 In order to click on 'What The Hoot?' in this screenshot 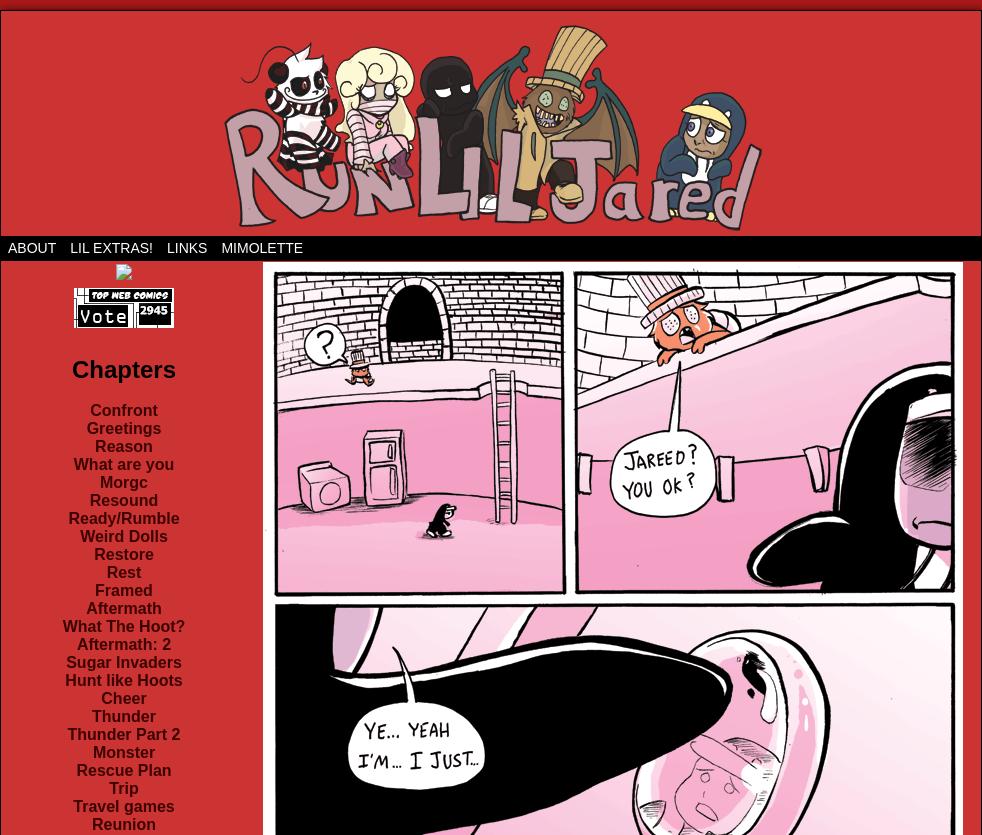, I will do `click(122, 625)`.